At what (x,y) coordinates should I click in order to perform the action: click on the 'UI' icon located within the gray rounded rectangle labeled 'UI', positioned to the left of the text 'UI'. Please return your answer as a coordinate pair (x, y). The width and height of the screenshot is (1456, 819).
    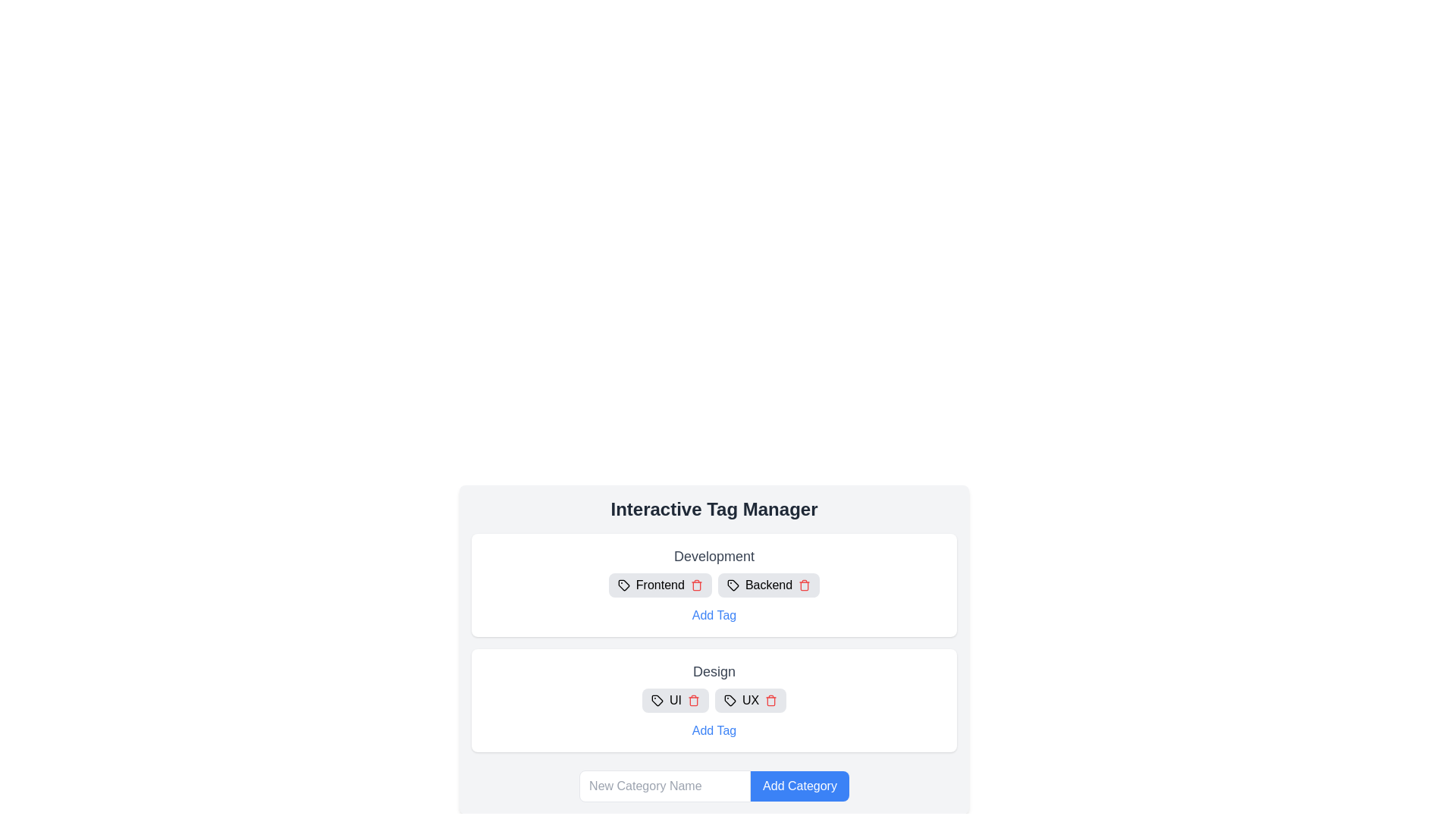
    Looking at the image, I should click on (657, 701).